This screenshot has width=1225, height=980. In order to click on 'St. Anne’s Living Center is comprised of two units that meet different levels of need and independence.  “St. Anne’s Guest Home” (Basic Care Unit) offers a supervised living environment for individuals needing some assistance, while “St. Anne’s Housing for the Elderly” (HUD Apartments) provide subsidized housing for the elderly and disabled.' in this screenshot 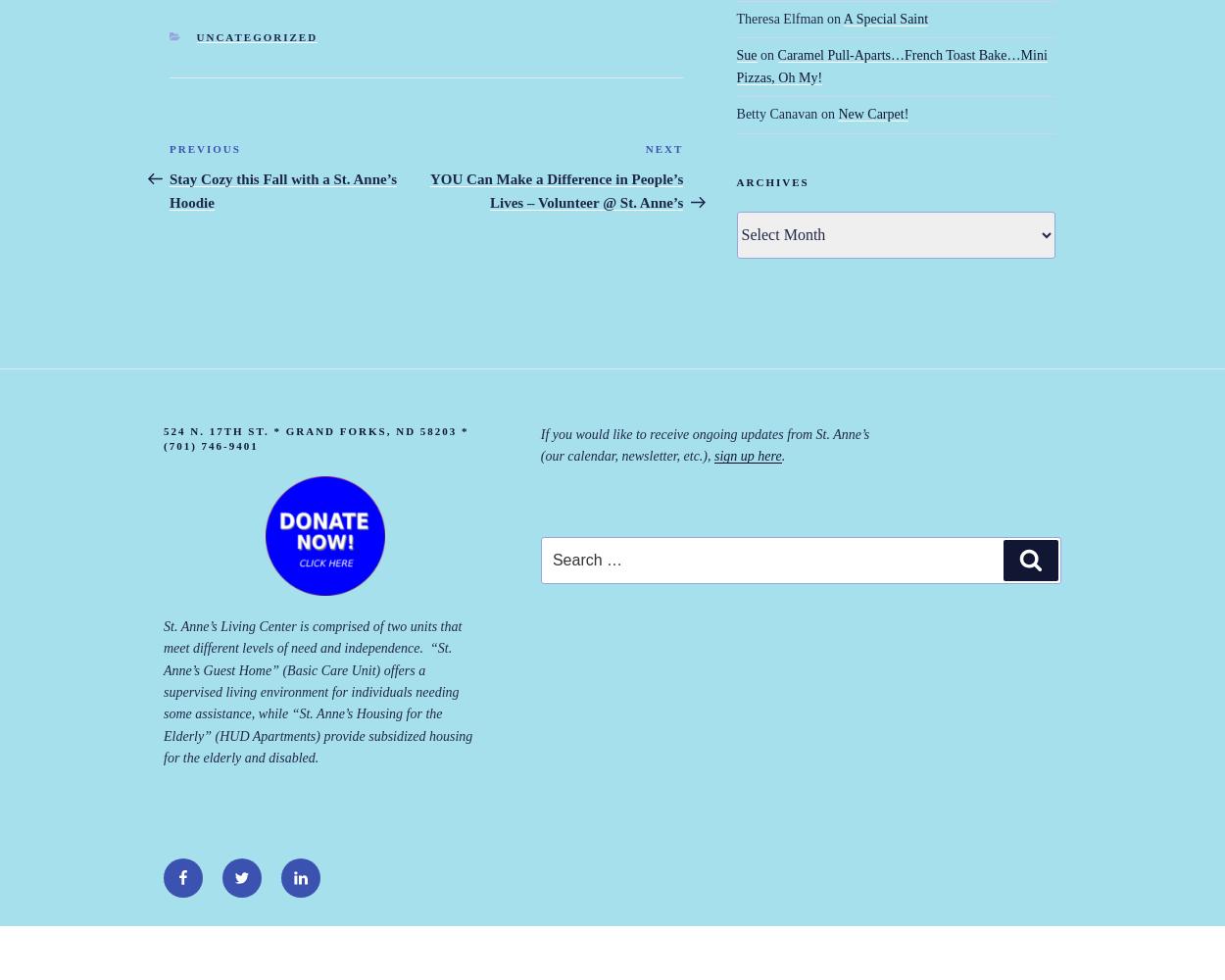, I will do `click(317, 691)`.